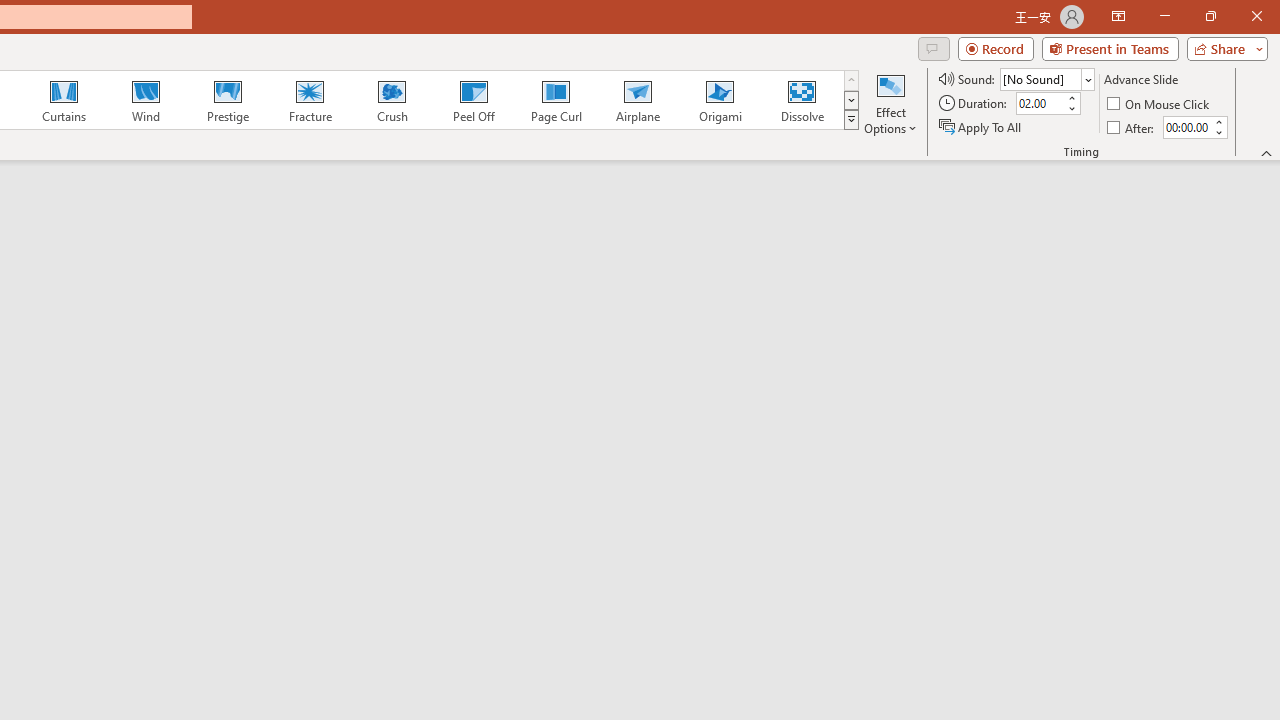 Image resolution: width=1280 pixels, height=720 pixels. Describe the element at coordinates (308, 100) in the screenshot. I see `'Fracture'` at that location.